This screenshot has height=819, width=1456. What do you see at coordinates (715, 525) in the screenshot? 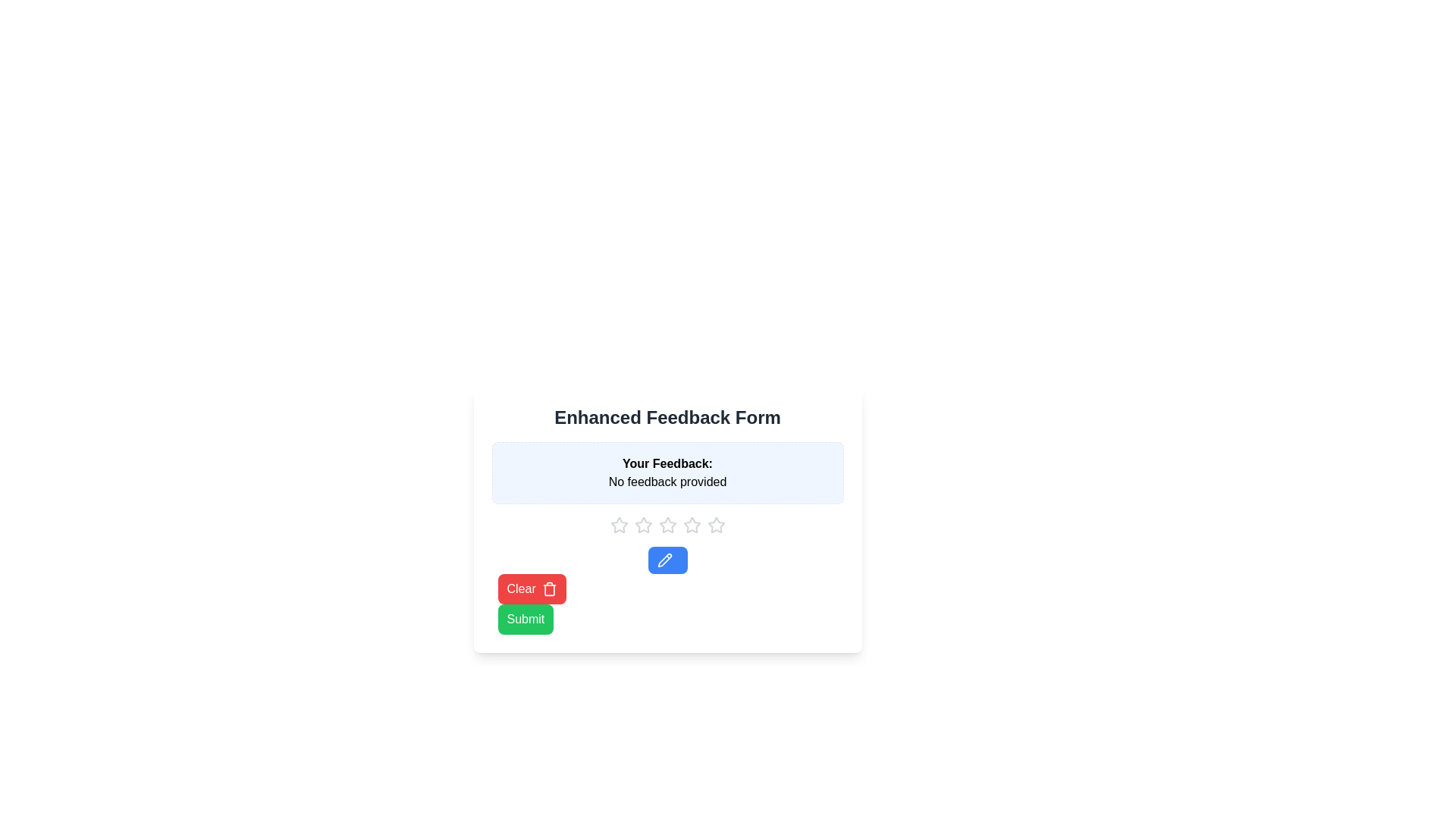
I see `the fifth star icon with a hollow center and gray outline, located in the center region below the 'Your Feedback:' text area` at bounding box center [715, 525].